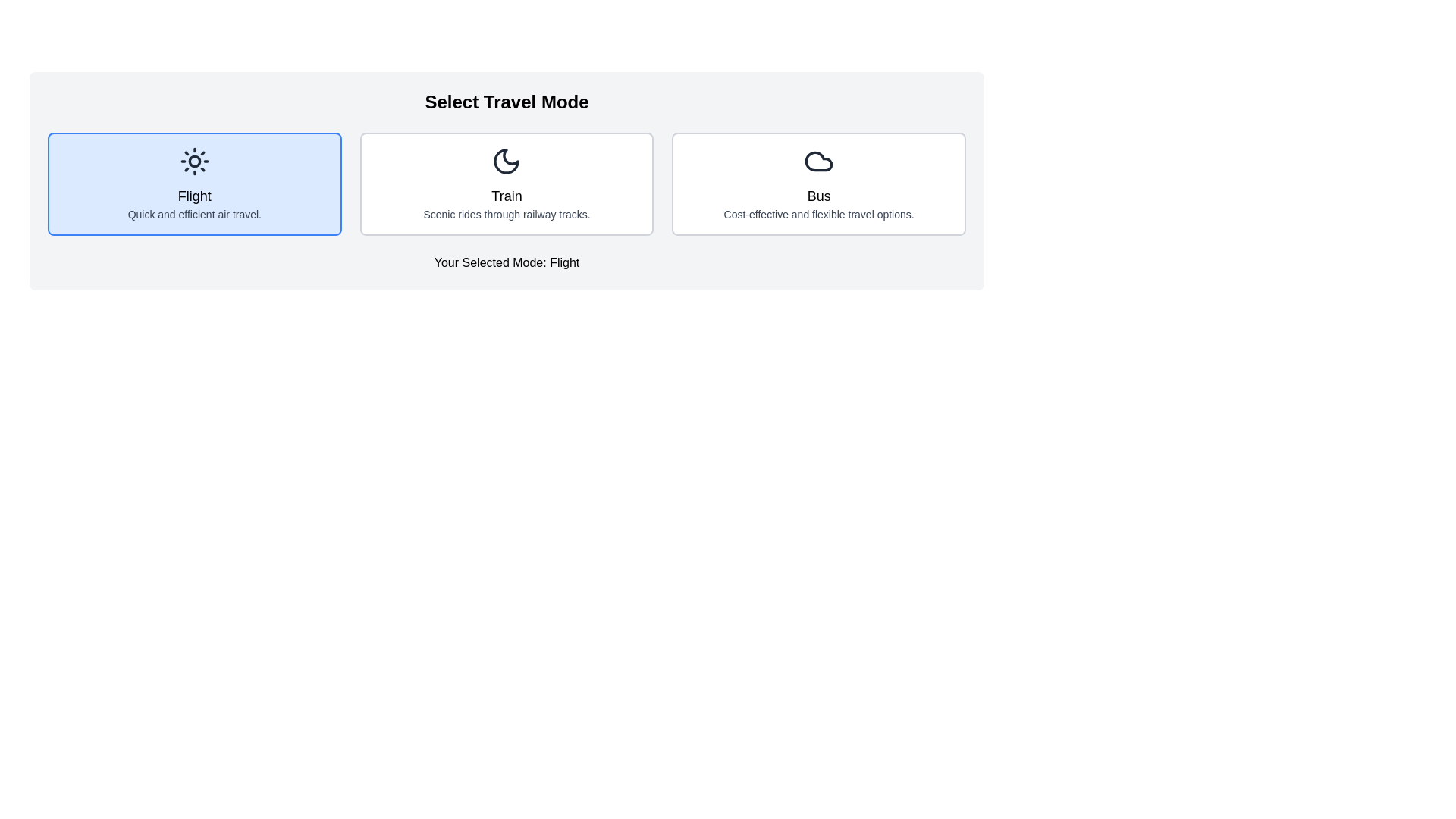 The image size is (1456, 819). What do you see at coordinates (507, 161) in the screenshot?
I see `the nighttime icon located at the top of the 'Train' card in the travel mode selection options` at bounding box center [507, 161].